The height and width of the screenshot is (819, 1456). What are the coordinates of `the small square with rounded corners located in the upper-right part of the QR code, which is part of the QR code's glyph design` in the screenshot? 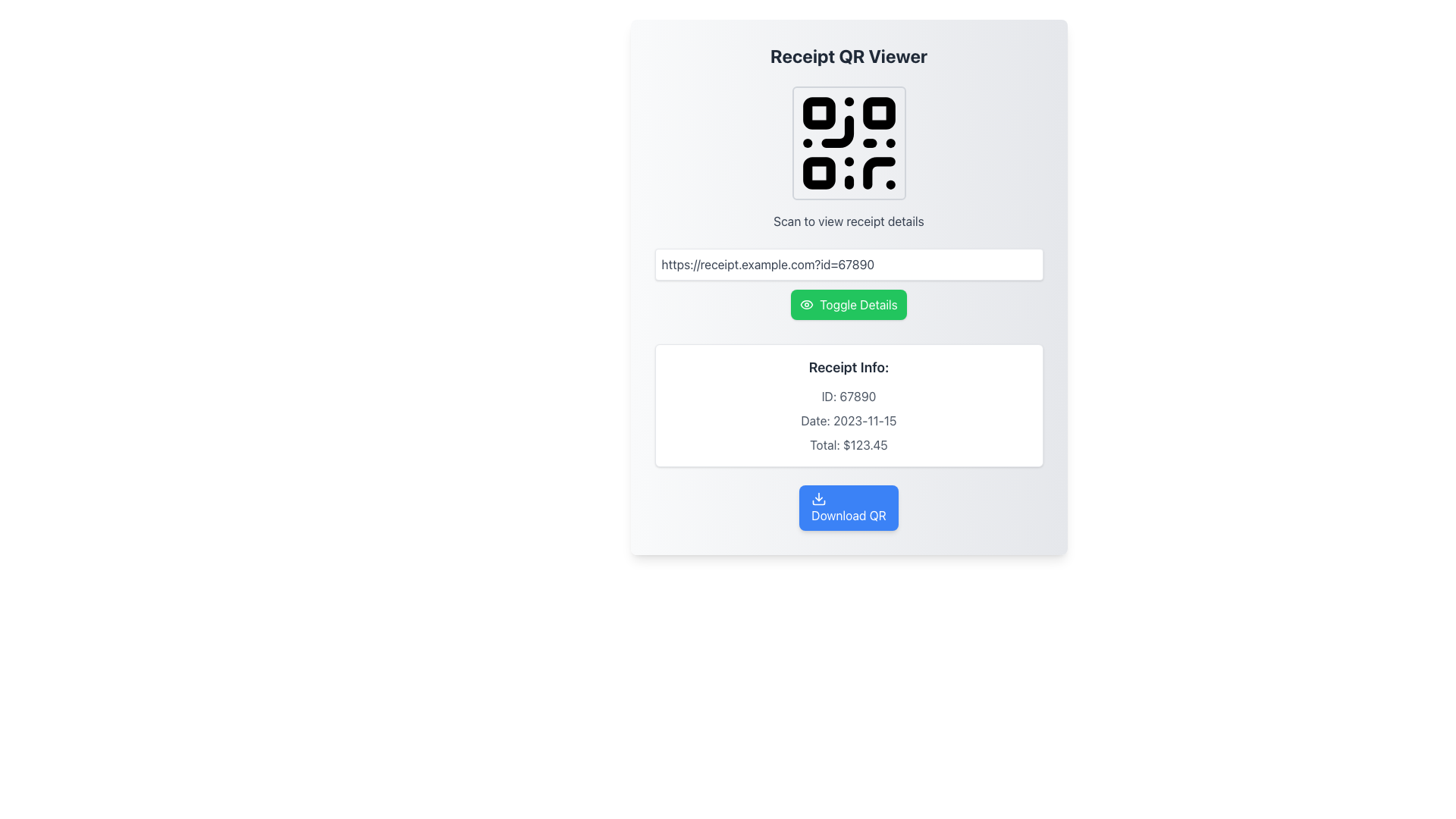 It's located at (879, 112).